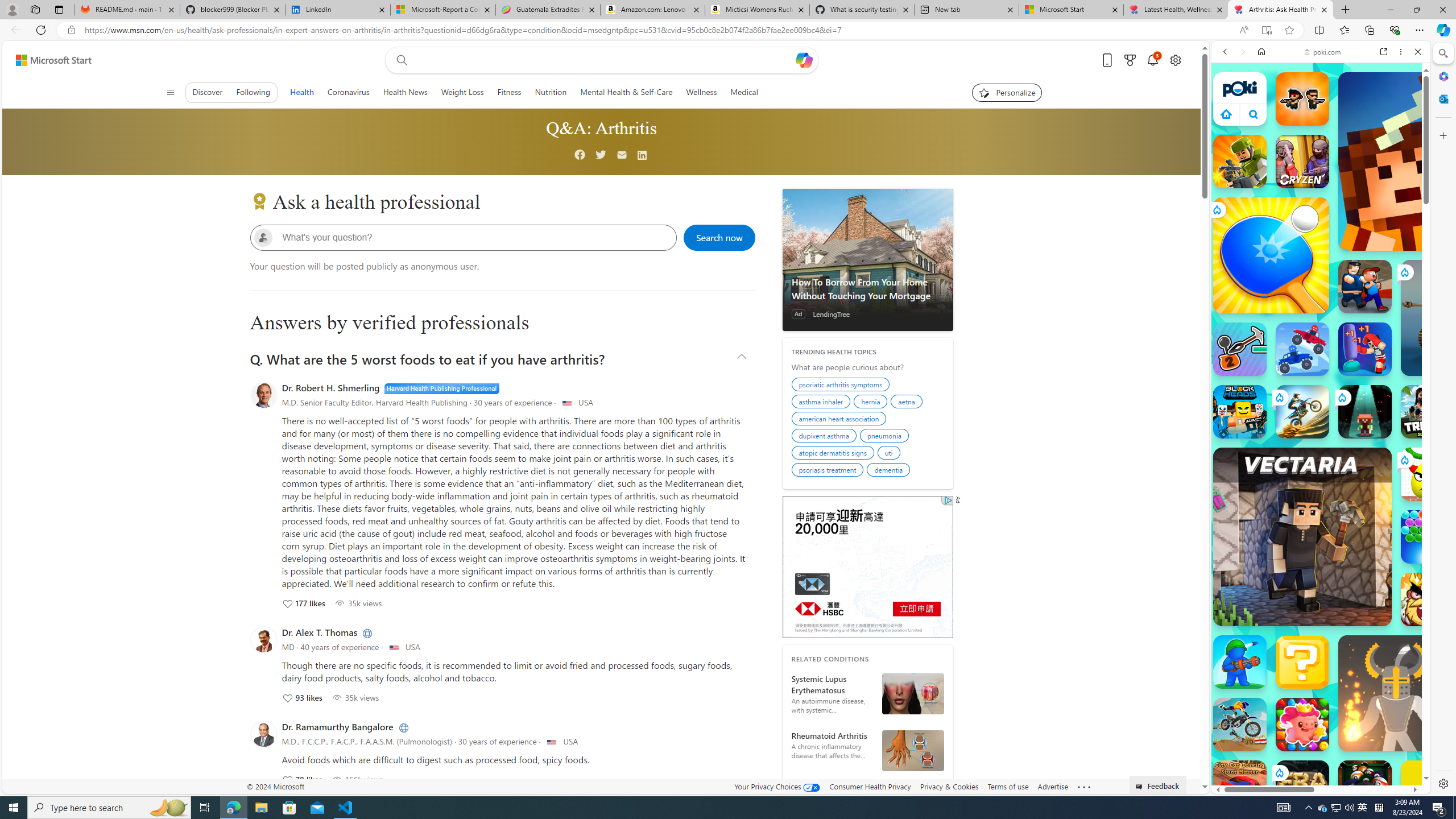  Describe the element at coordinates (1365, 286) in the screenshot. I see `'Escape From School Escape From School'` at that location.